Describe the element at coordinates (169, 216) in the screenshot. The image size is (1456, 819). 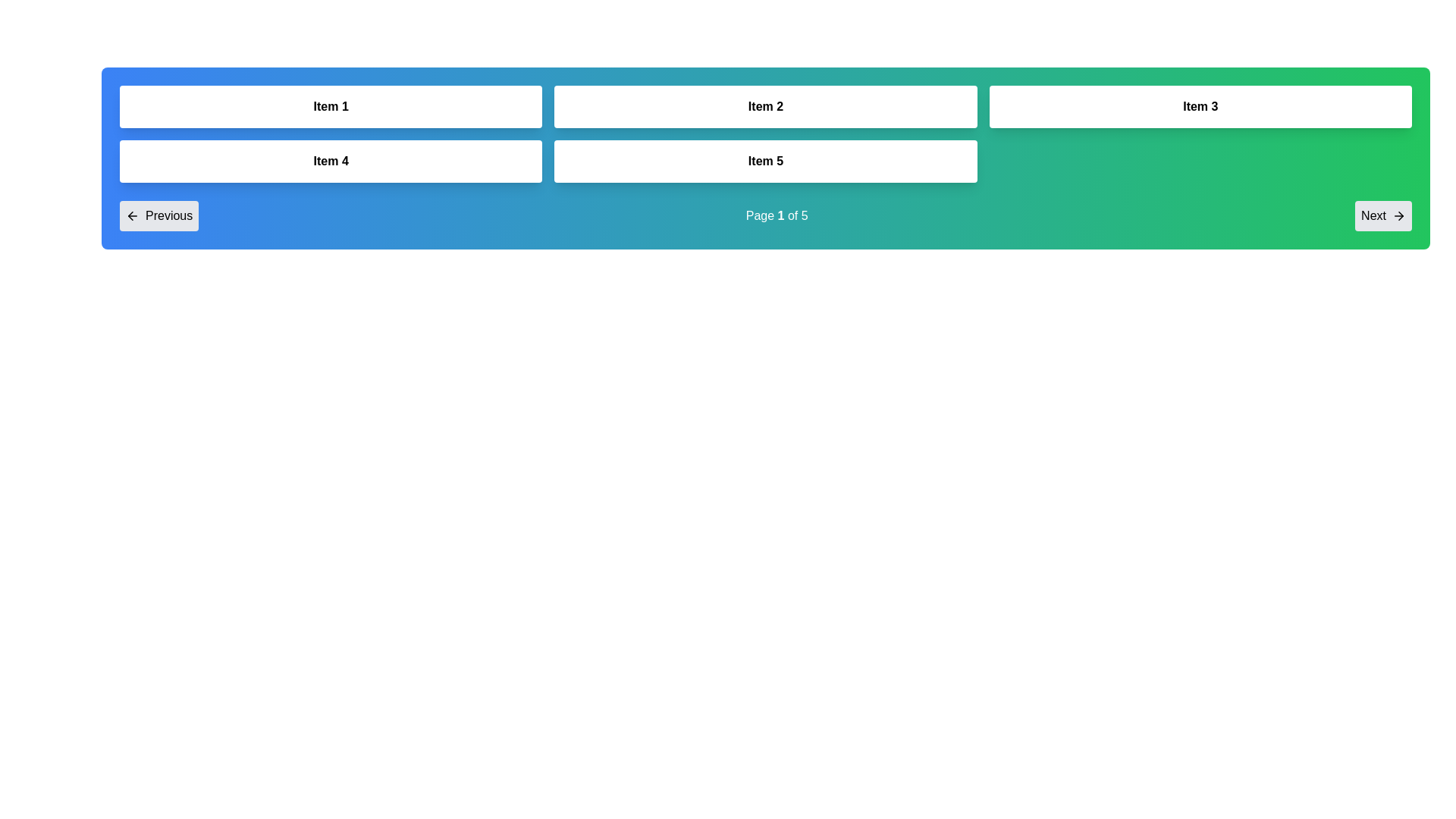
I see `the 'Previous' label, which is part of a composite button element located at the bottom-left corner of the interface, adjacent to a leftwards pointing arrow icon` at that location.